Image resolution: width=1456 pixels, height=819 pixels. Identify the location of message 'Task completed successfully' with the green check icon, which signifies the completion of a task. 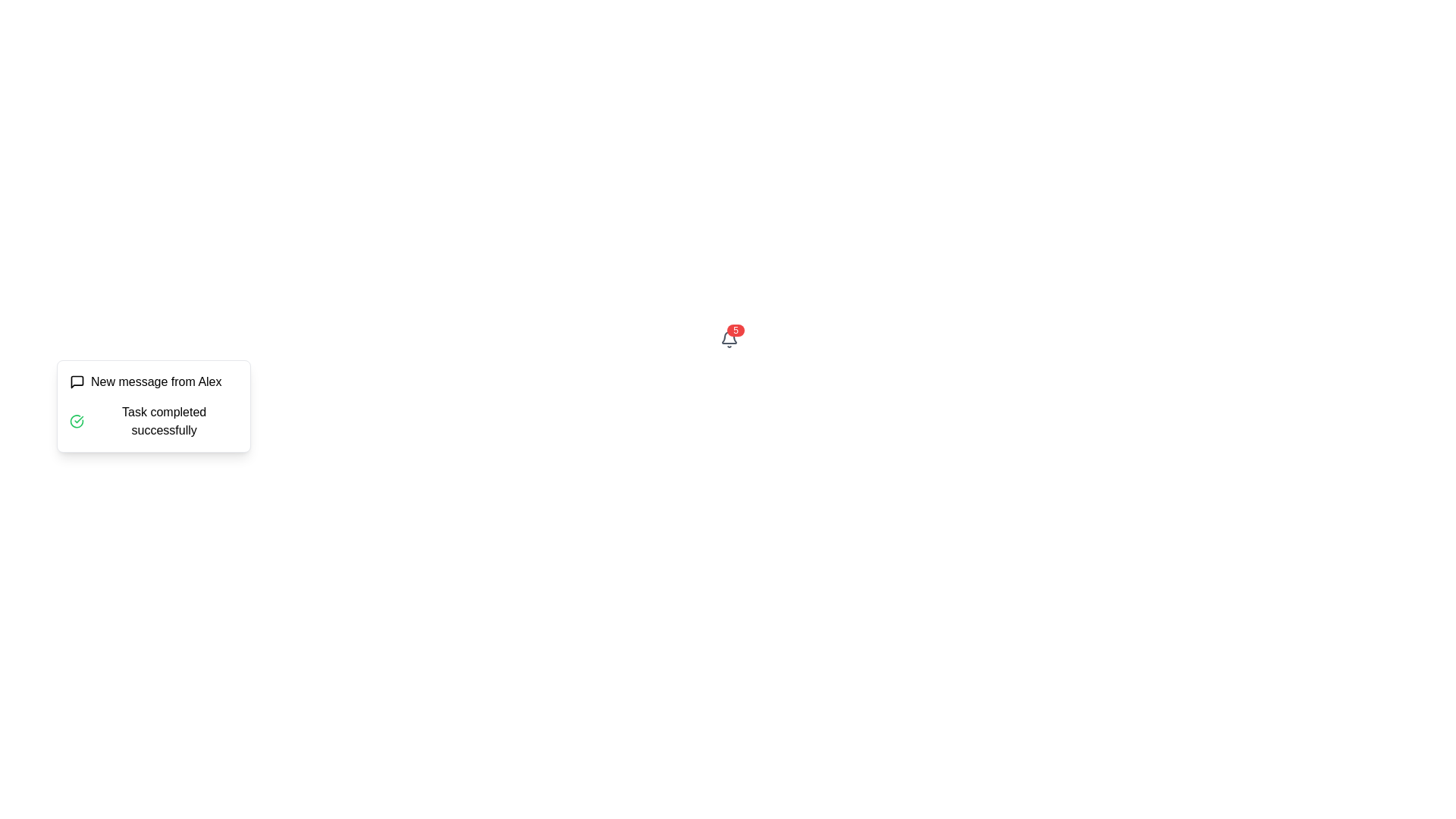
(153, 421).